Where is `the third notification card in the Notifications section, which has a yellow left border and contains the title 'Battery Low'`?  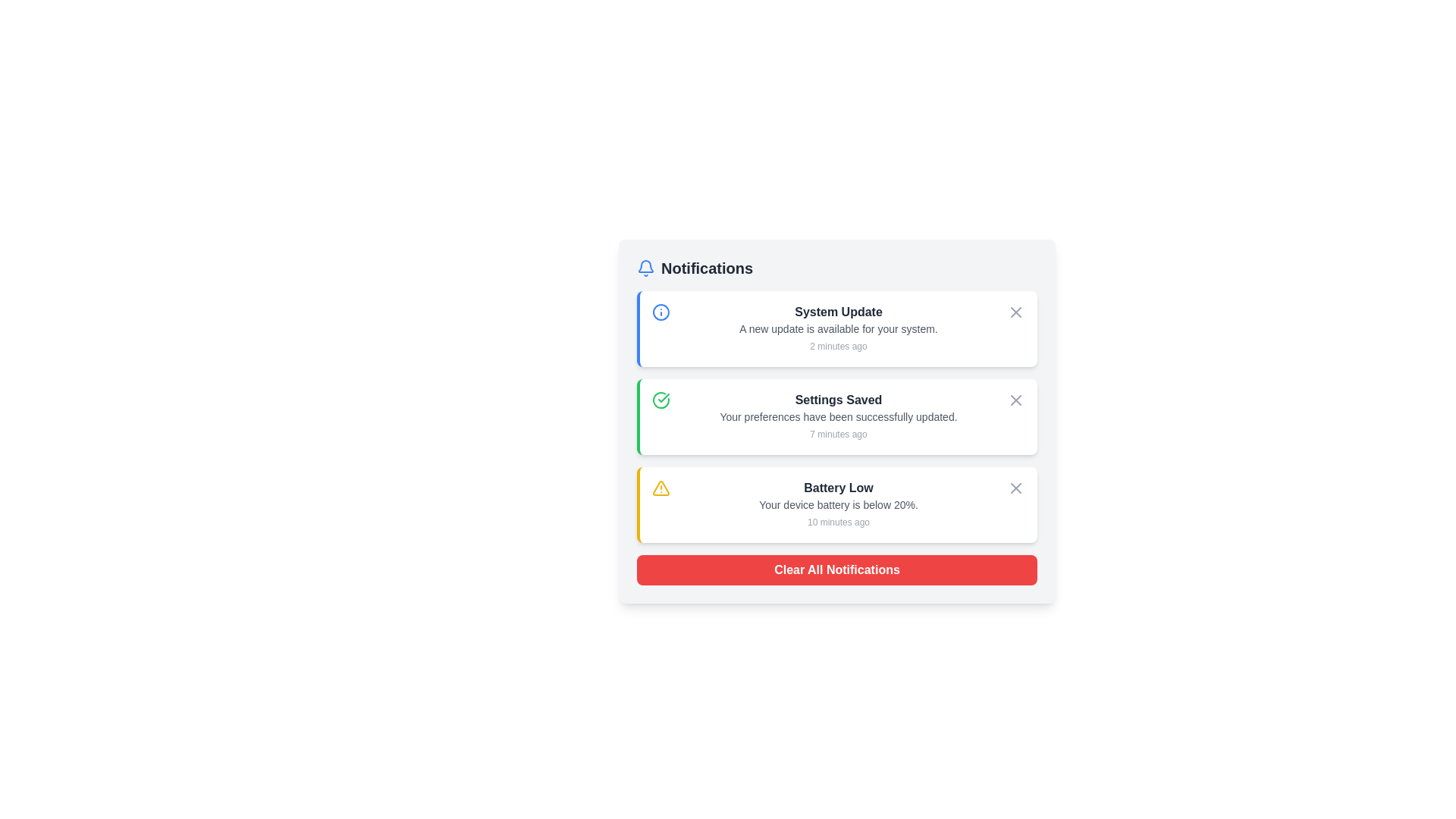
the third notification card in the Notifications section, which has a yellow left border and contains the title 'Battery Low' is located at coordinates (836, 505).